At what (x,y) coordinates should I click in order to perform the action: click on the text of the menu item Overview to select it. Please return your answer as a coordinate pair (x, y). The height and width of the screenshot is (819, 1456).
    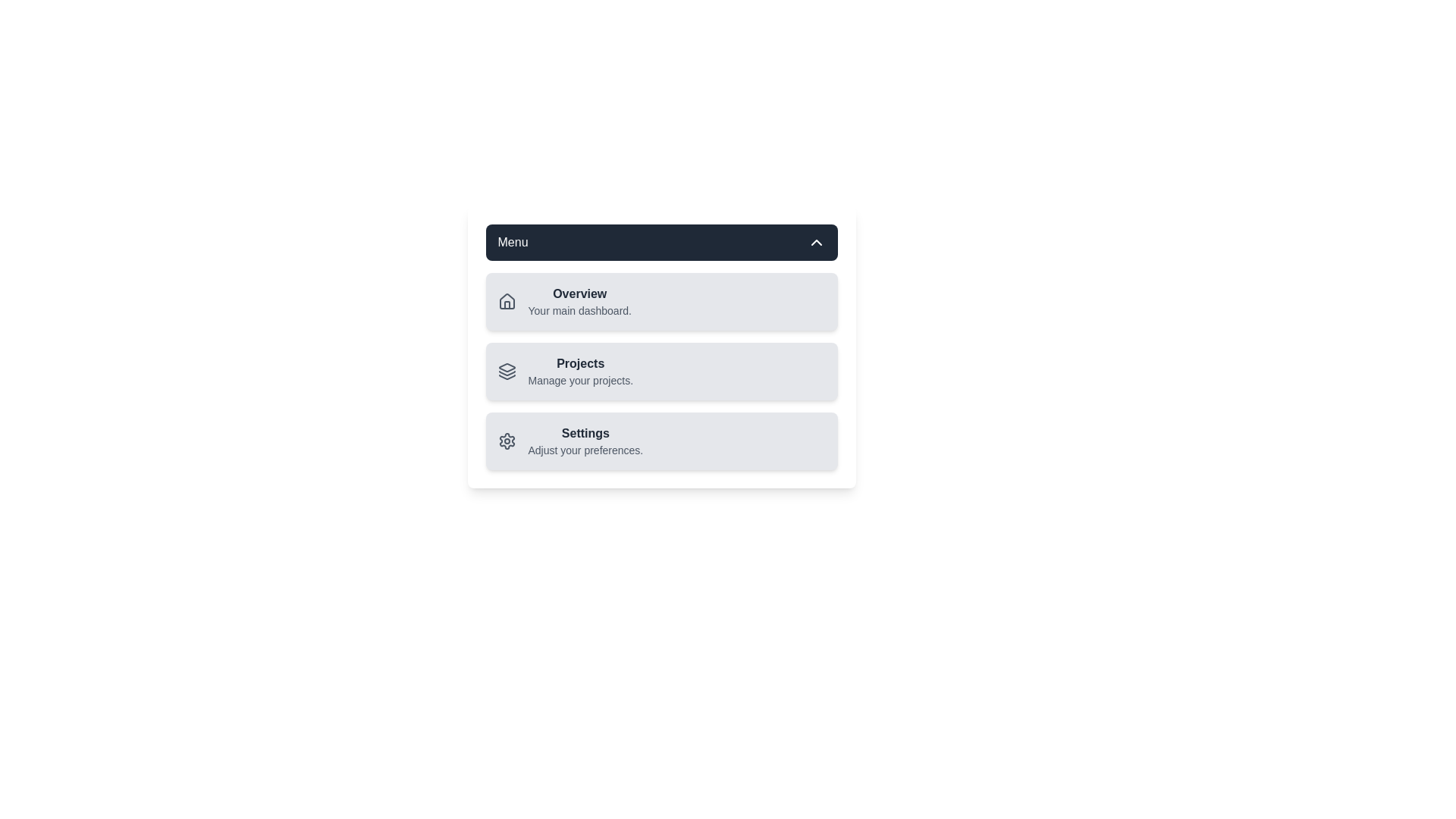
    Looking at the image, I should click on (579, 294).